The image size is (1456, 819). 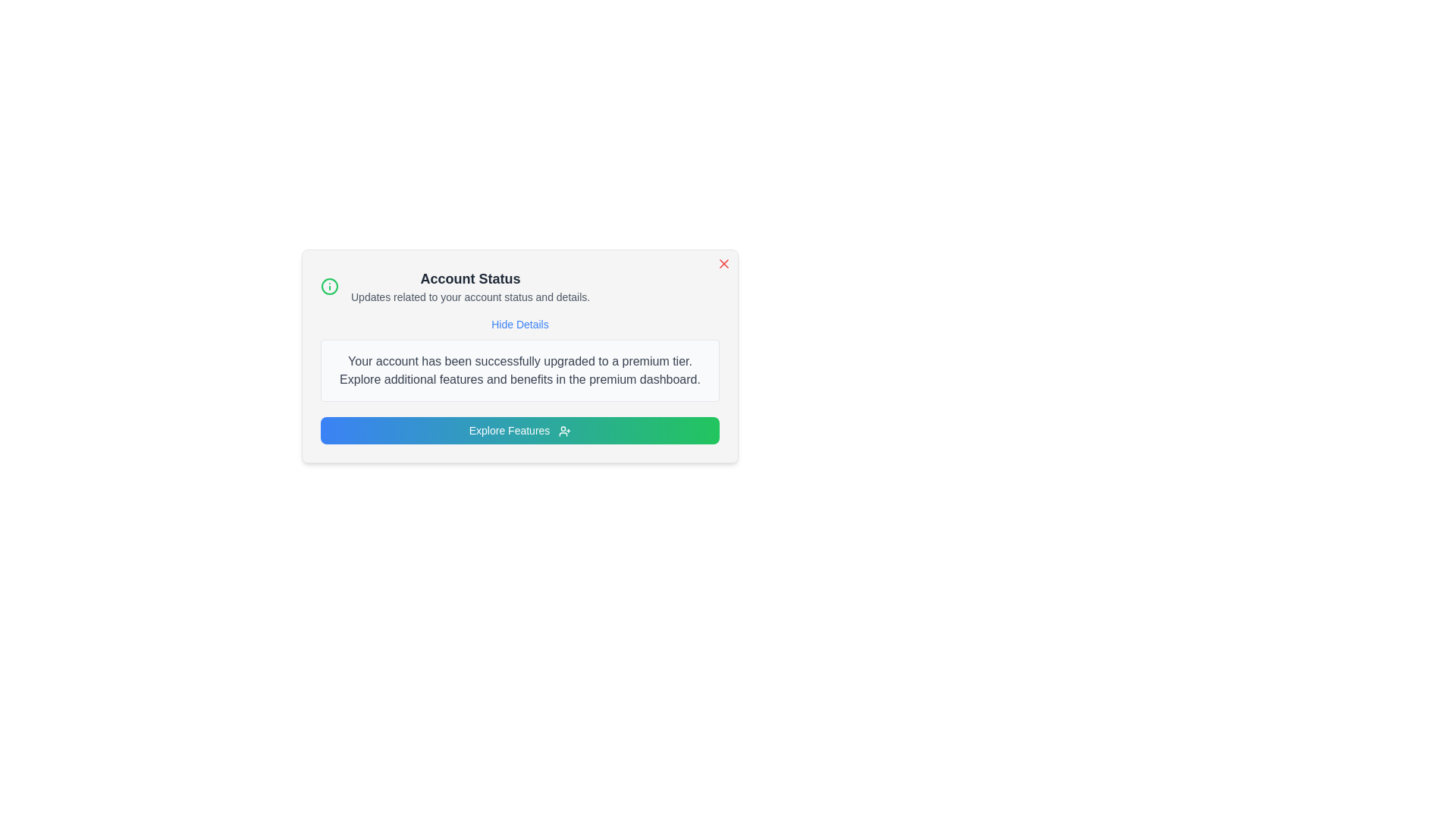 I want to click on the green information icon to observe its visual representation, so click(x=329, y=287).